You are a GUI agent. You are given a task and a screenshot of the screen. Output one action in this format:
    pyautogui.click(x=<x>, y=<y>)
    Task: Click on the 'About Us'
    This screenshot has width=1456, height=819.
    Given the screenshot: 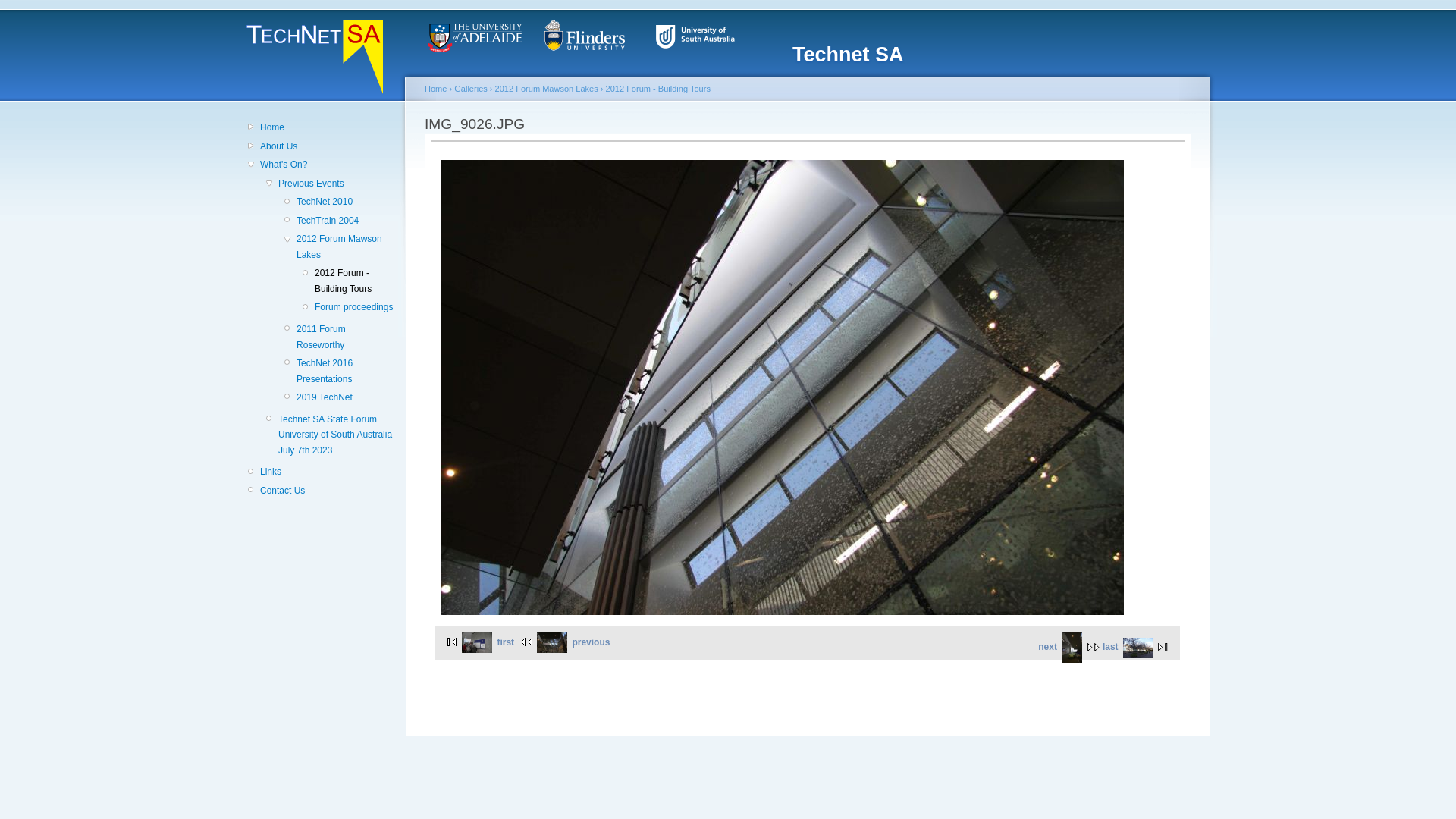 What is the action you would take?
    pyautogui.click(x=326, y=146)
    